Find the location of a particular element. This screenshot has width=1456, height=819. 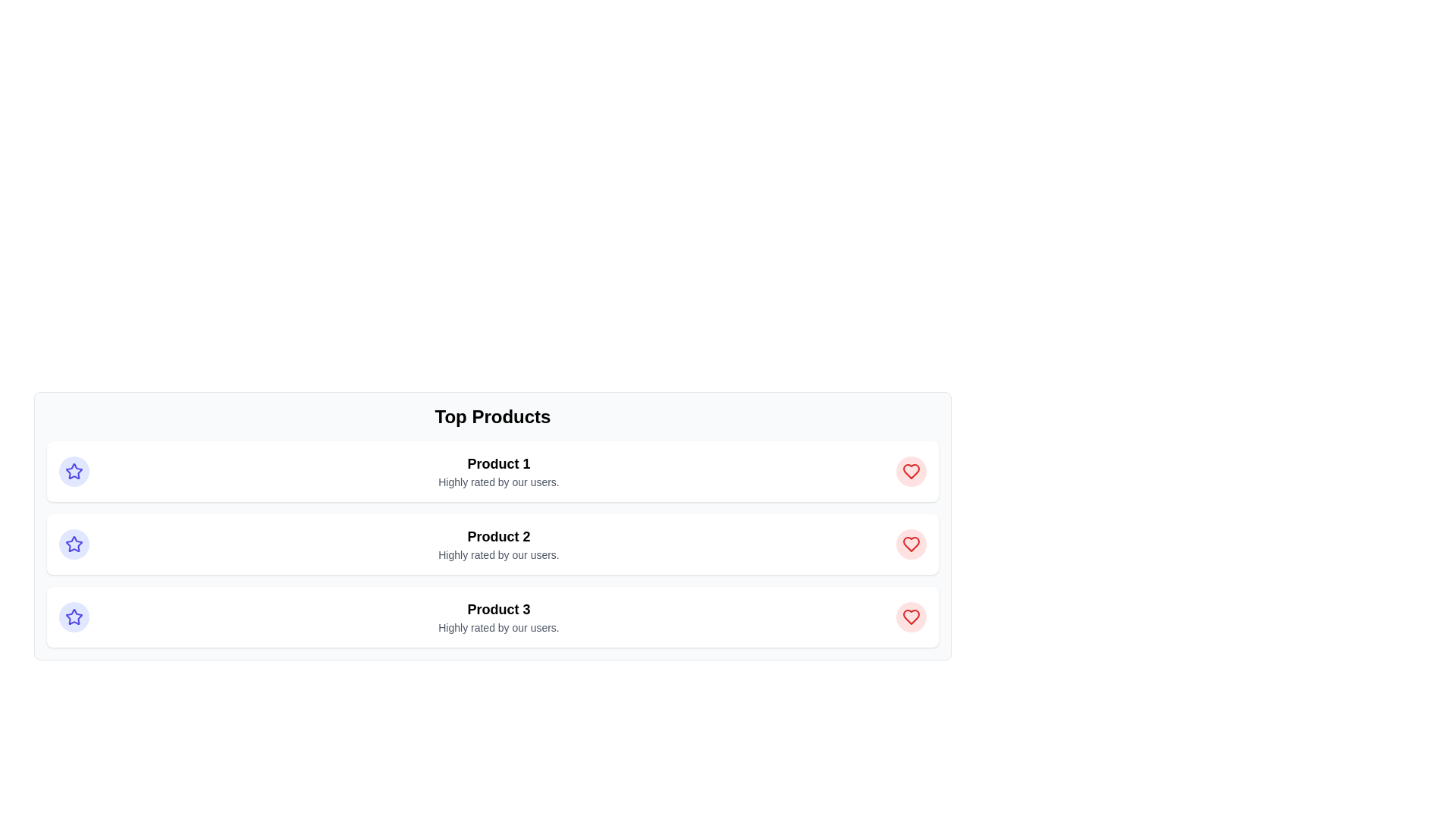

the indigo star-shaped icon located on the left side of the second product entry in the product listing interface is located at coordinates (73, 470).